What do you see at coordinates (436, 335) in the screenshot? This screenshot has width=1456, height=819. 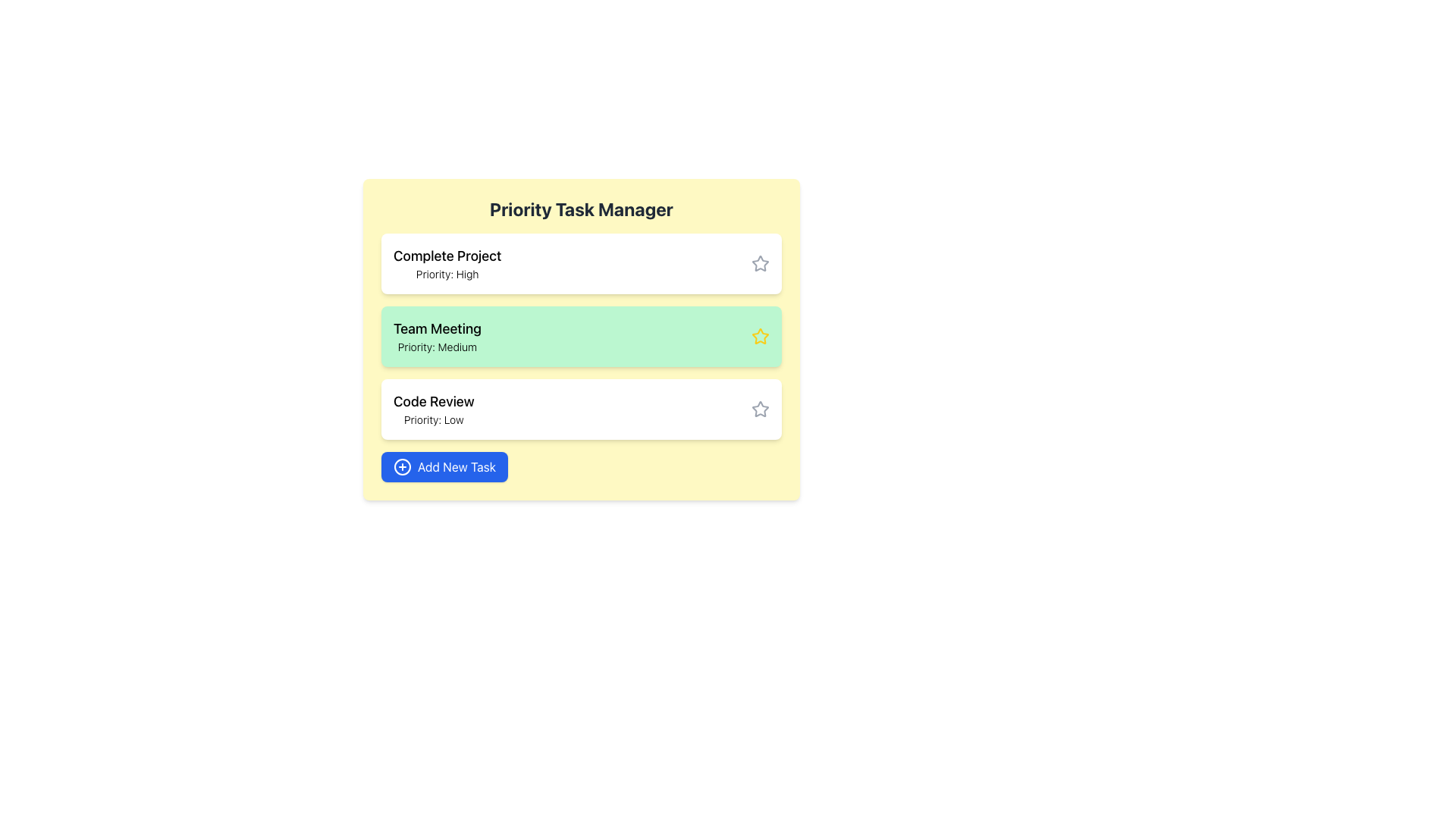 I see `the static text display element that shows 'Team Meeting' in bold font, located in the second task item of the Priority Task Manager interface` at bounding box center [436, 335].